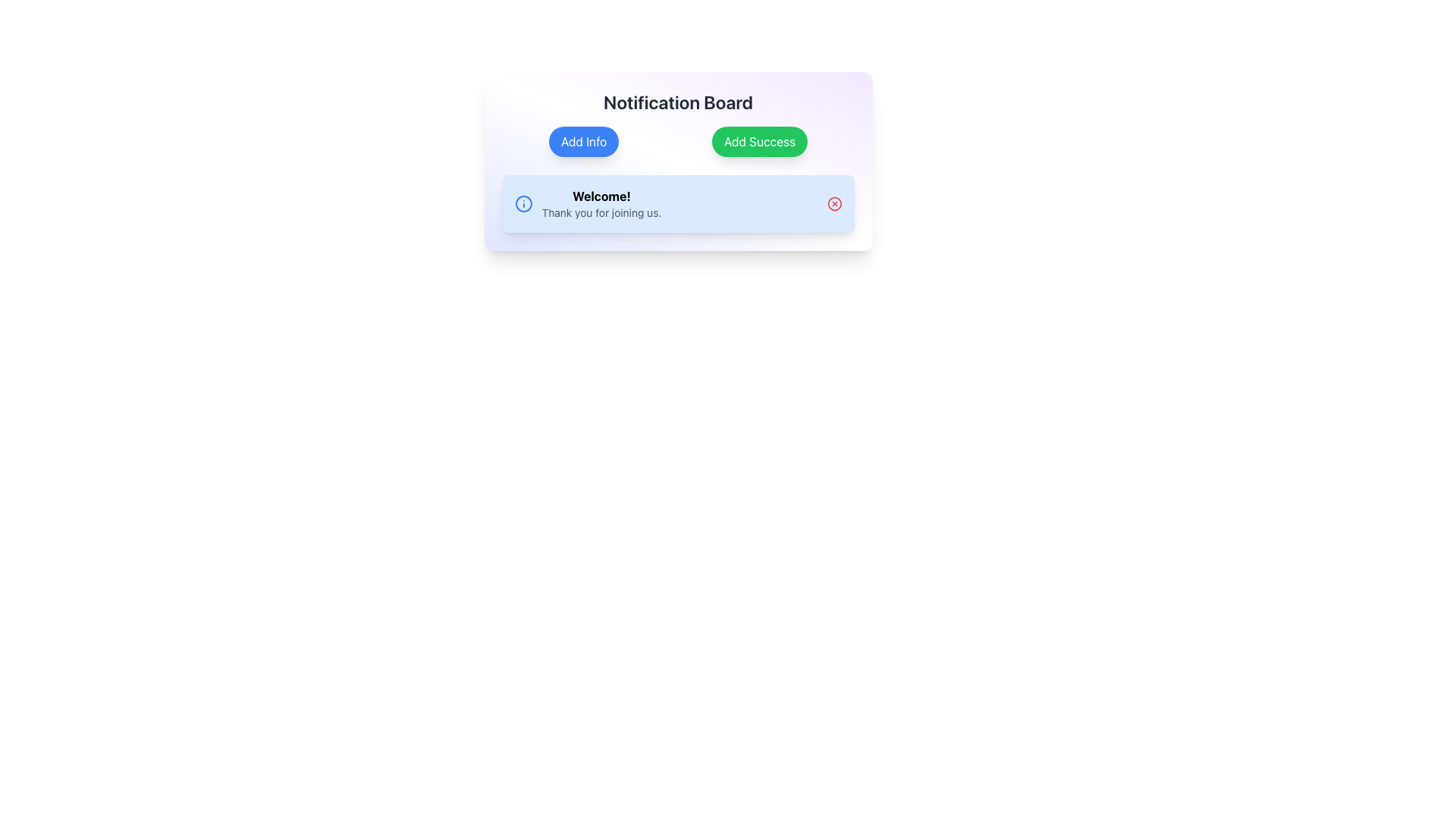 Image resolution: width=1456 pixels, height=819 pixels. Describe the element at coordinates (601, 195) in the screenshot. I see `the text of the heading or greeting message in the notification box, located at the upper-left part just below the icon and above the text 'Thank you for joining us.'` at that location.